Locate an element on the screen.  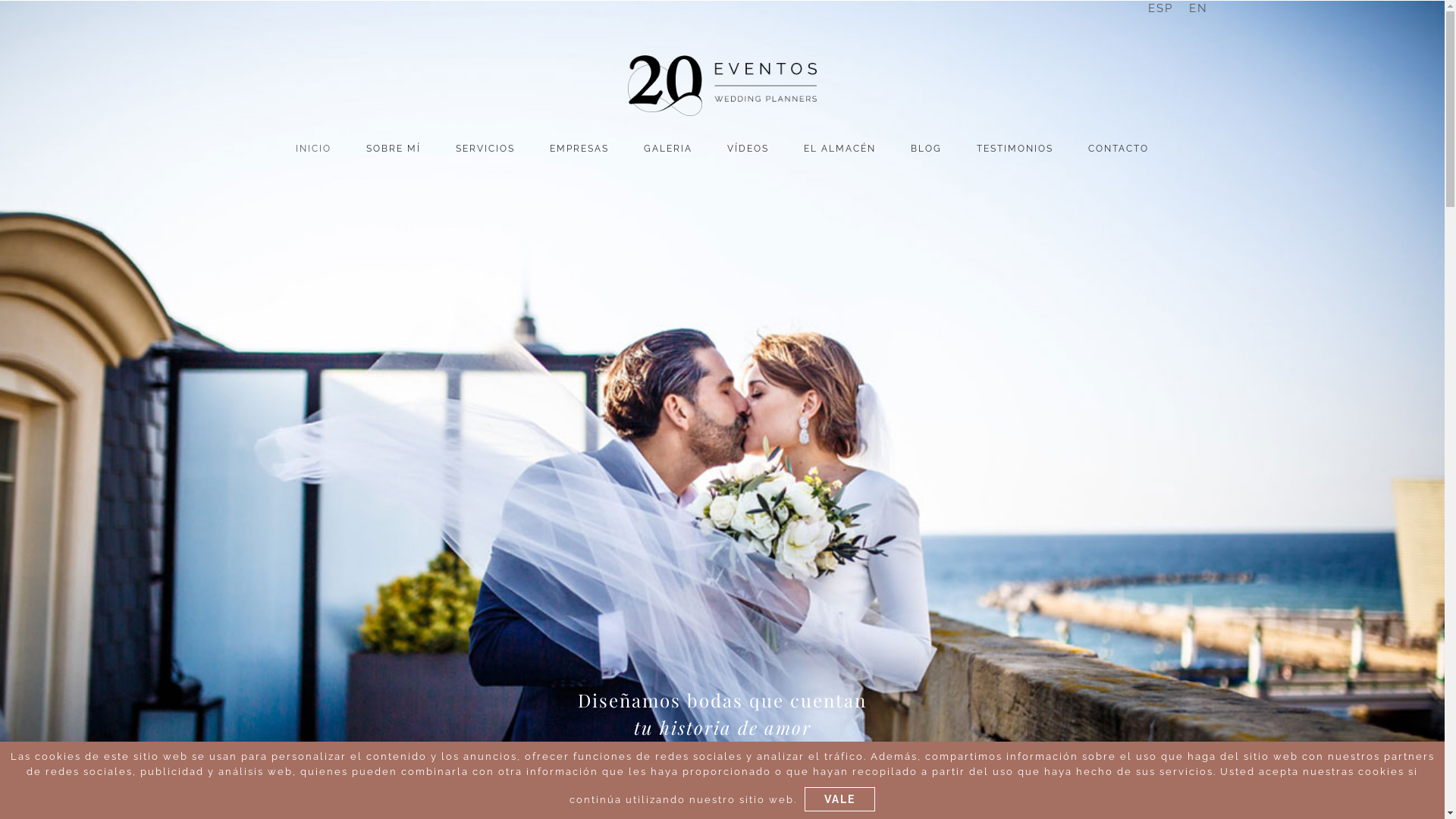
'BLOG' is located at coordinates (925, 149).